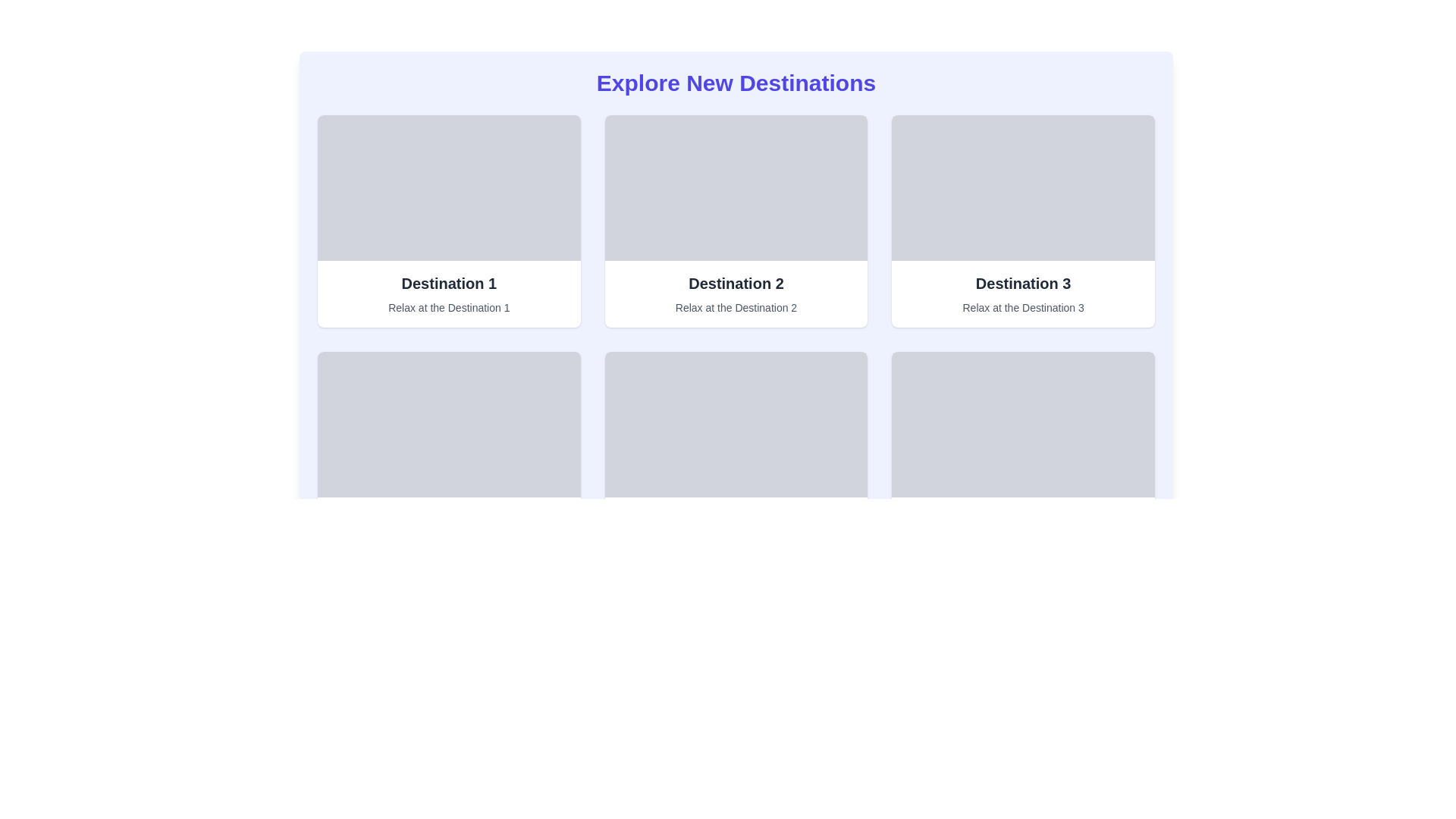 The height and width of the screenshot is (819, 1456). Describe the element at coordinates (448, 294) in the screenshot. I see `text content of the informational card representing Destination 1, located in the top-left slot of the grid layout` at that location.